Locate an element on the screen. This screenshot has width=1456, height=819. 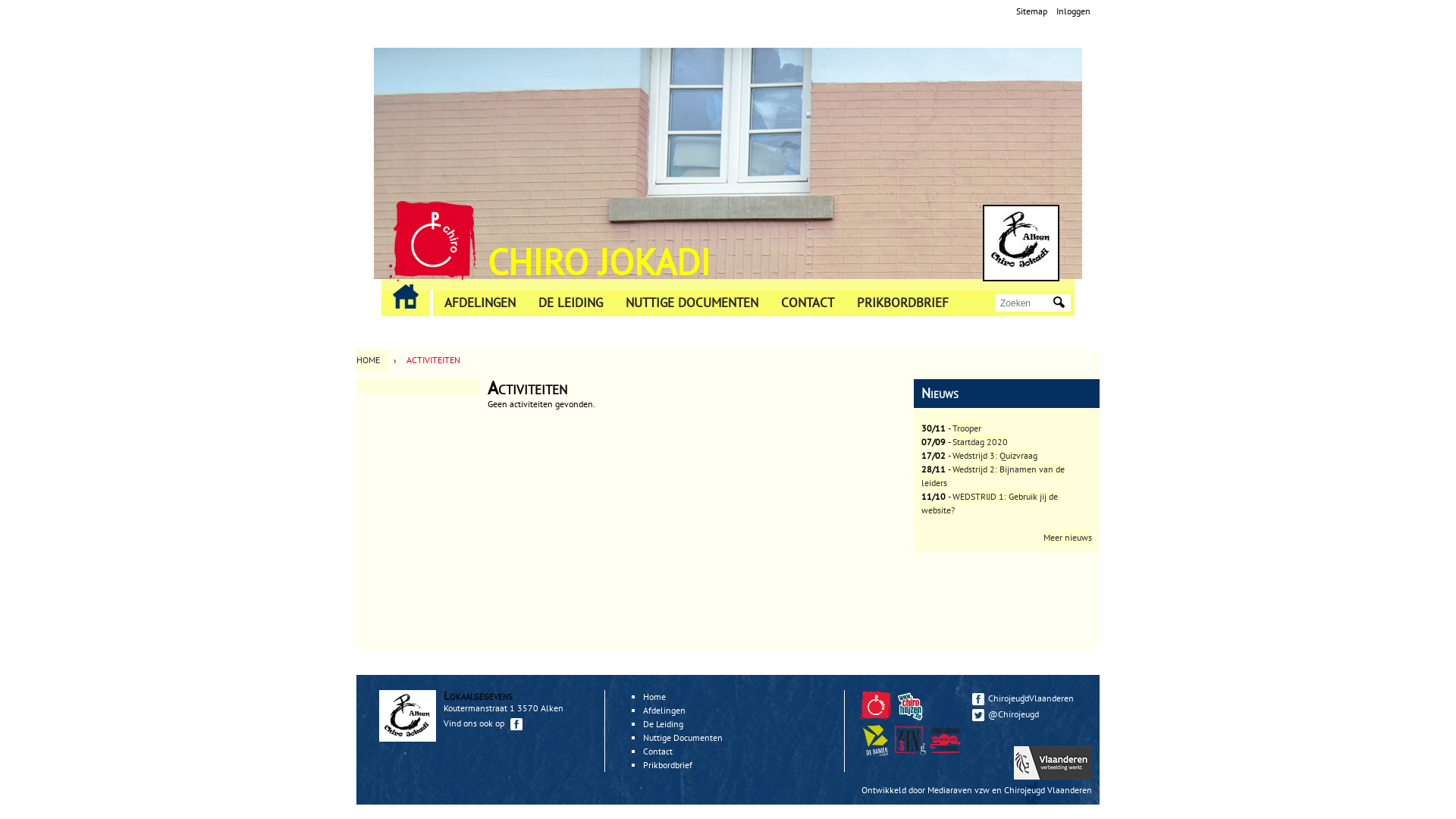
'HOME' is located at coordinates (372, 359).